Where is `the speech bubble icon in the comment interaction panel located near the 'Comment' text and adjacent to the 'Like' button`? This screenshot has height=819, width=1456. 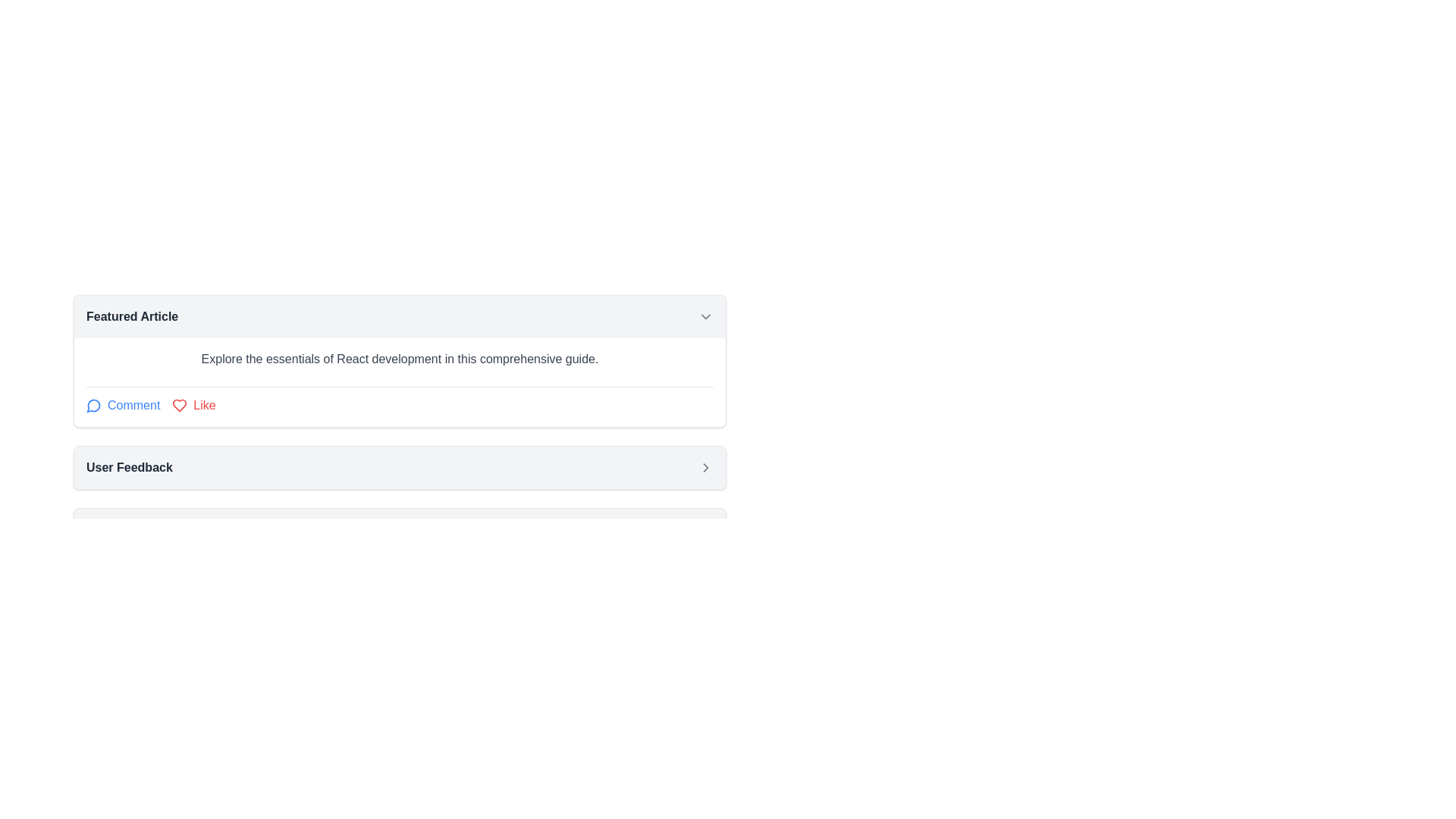 the speech bubble icon in the comment interaction panel located near the 'Comment' text and adjacent to the 'Like' button is located at coordinates (93, 405).